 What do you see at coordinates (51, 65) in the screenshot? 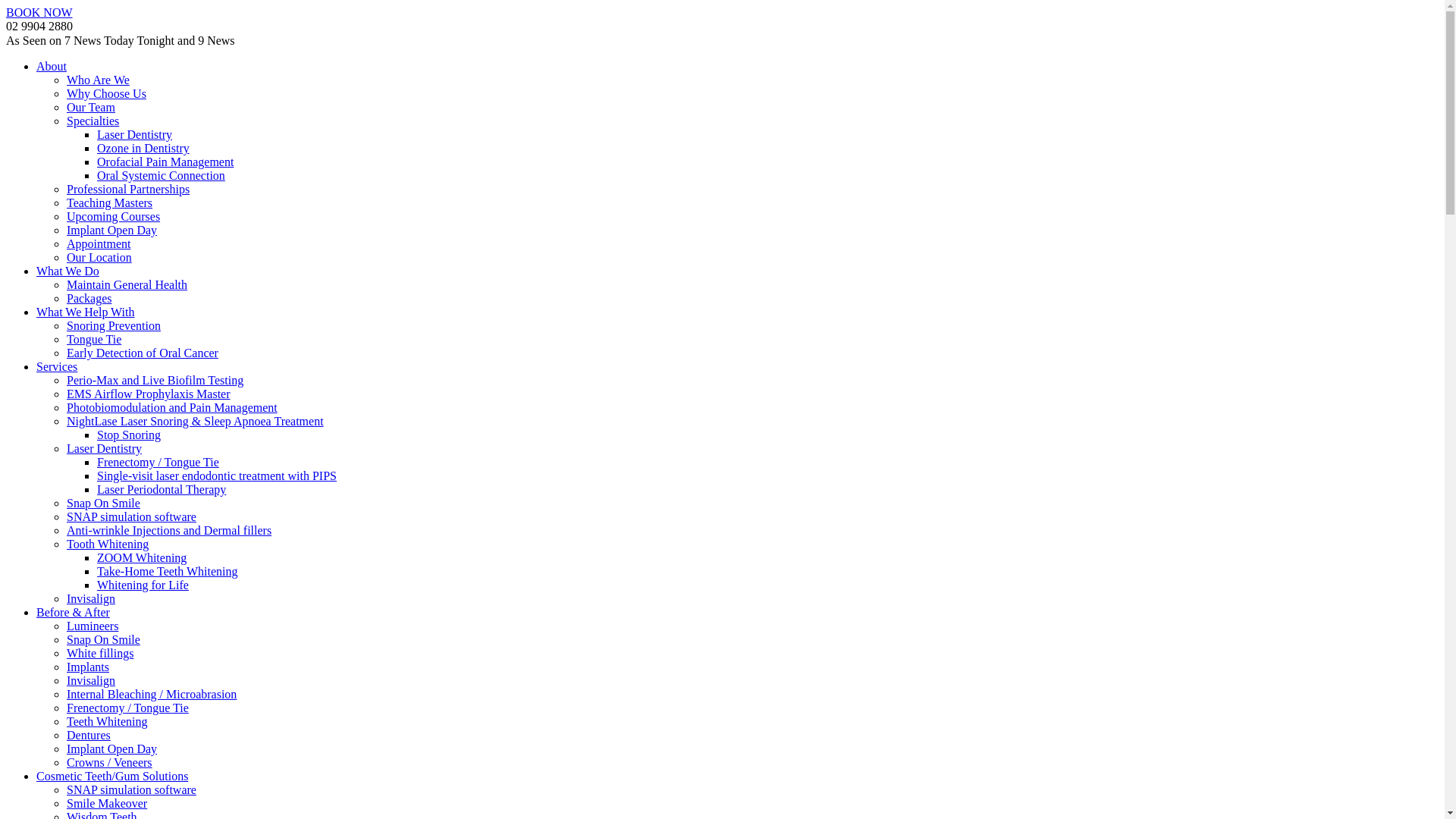
I see `'About'` at bounding box center [51, 65].